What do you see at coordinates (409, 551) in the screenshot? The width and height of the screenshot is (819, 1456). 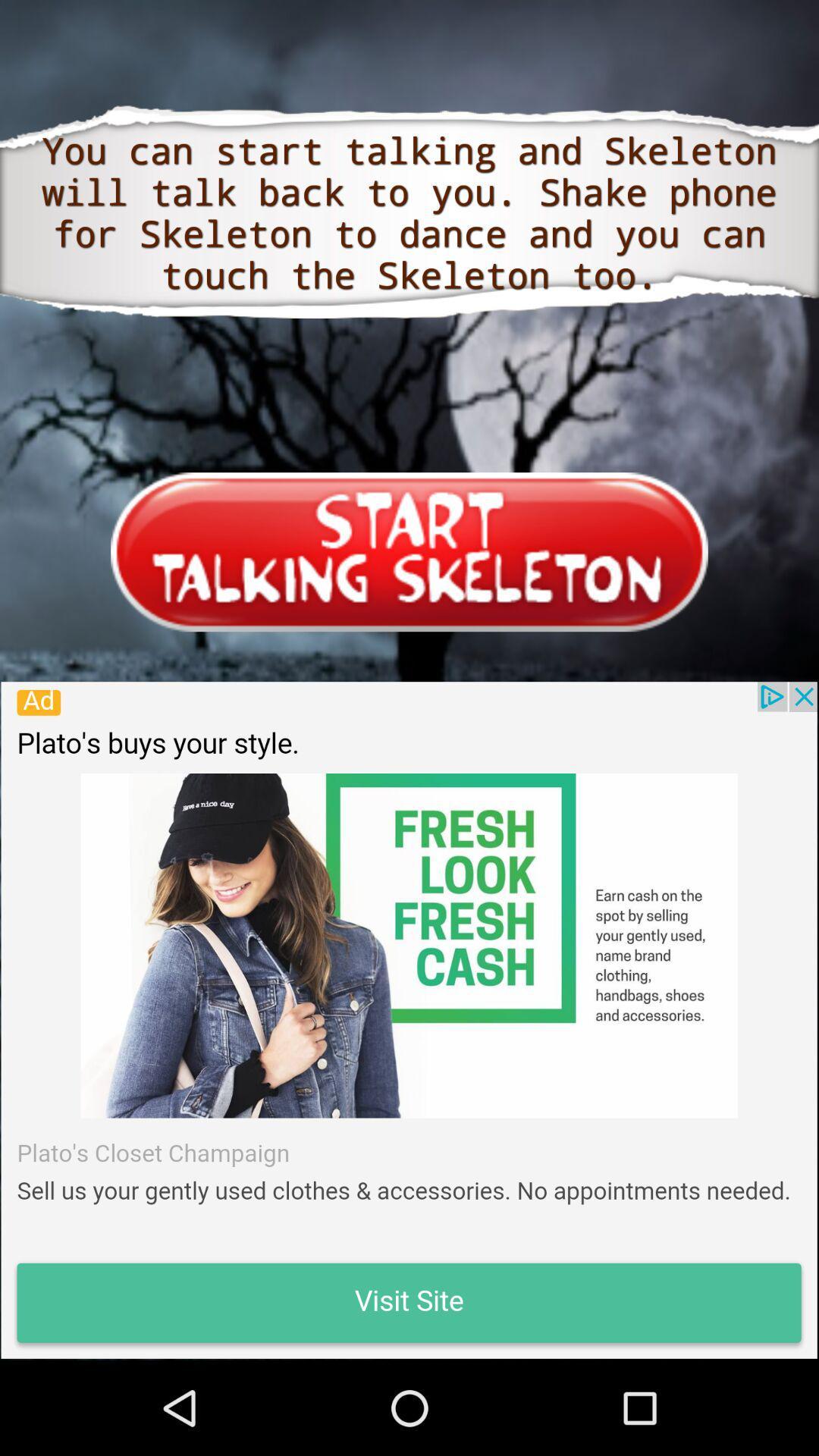 I see `start talking skeleton` at bounding box center [409, 551].